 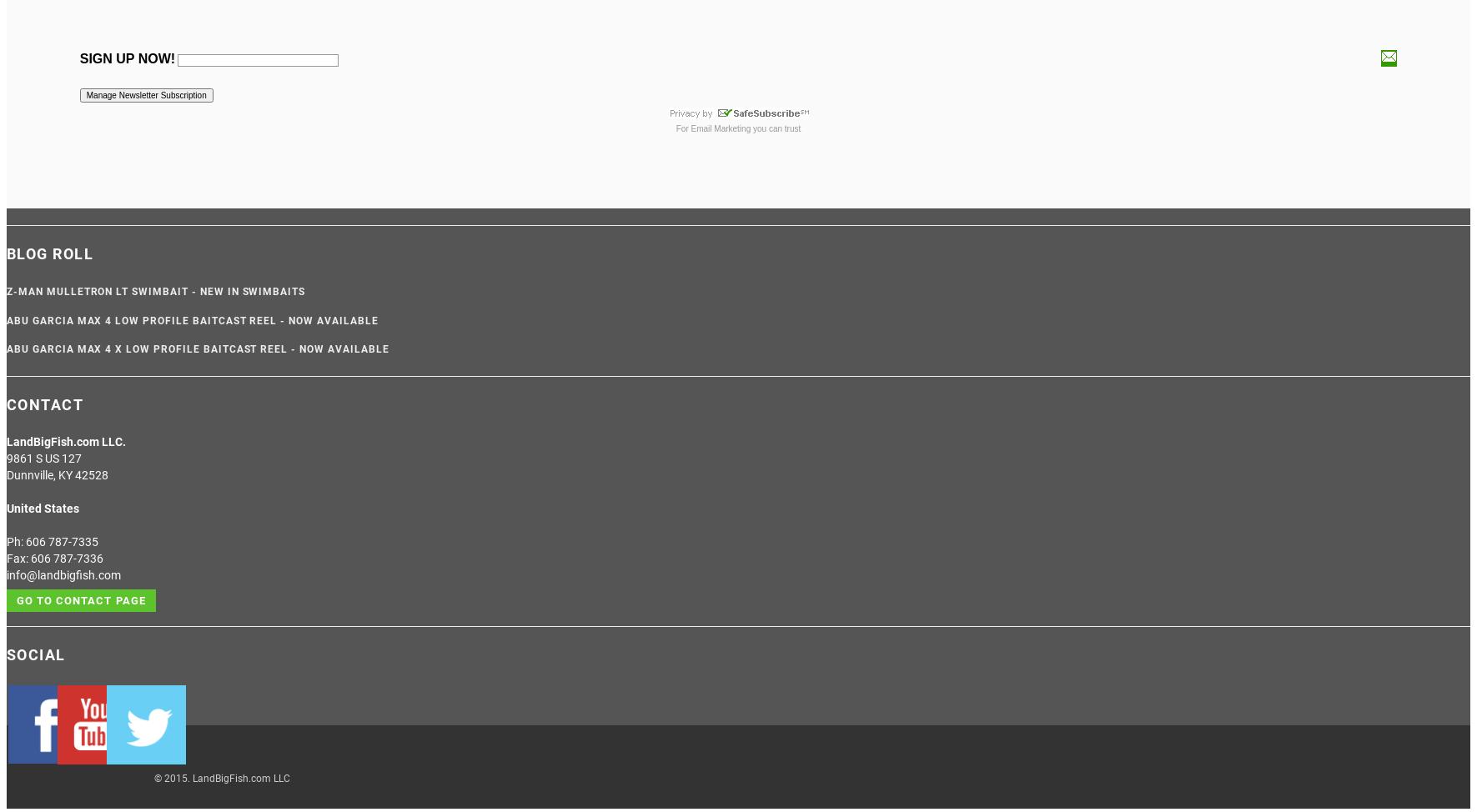 I want to click on 'Z-Man Mulletron LT Swimbait - NEW IN SWIMBAITS', so click(x=156, y=291).